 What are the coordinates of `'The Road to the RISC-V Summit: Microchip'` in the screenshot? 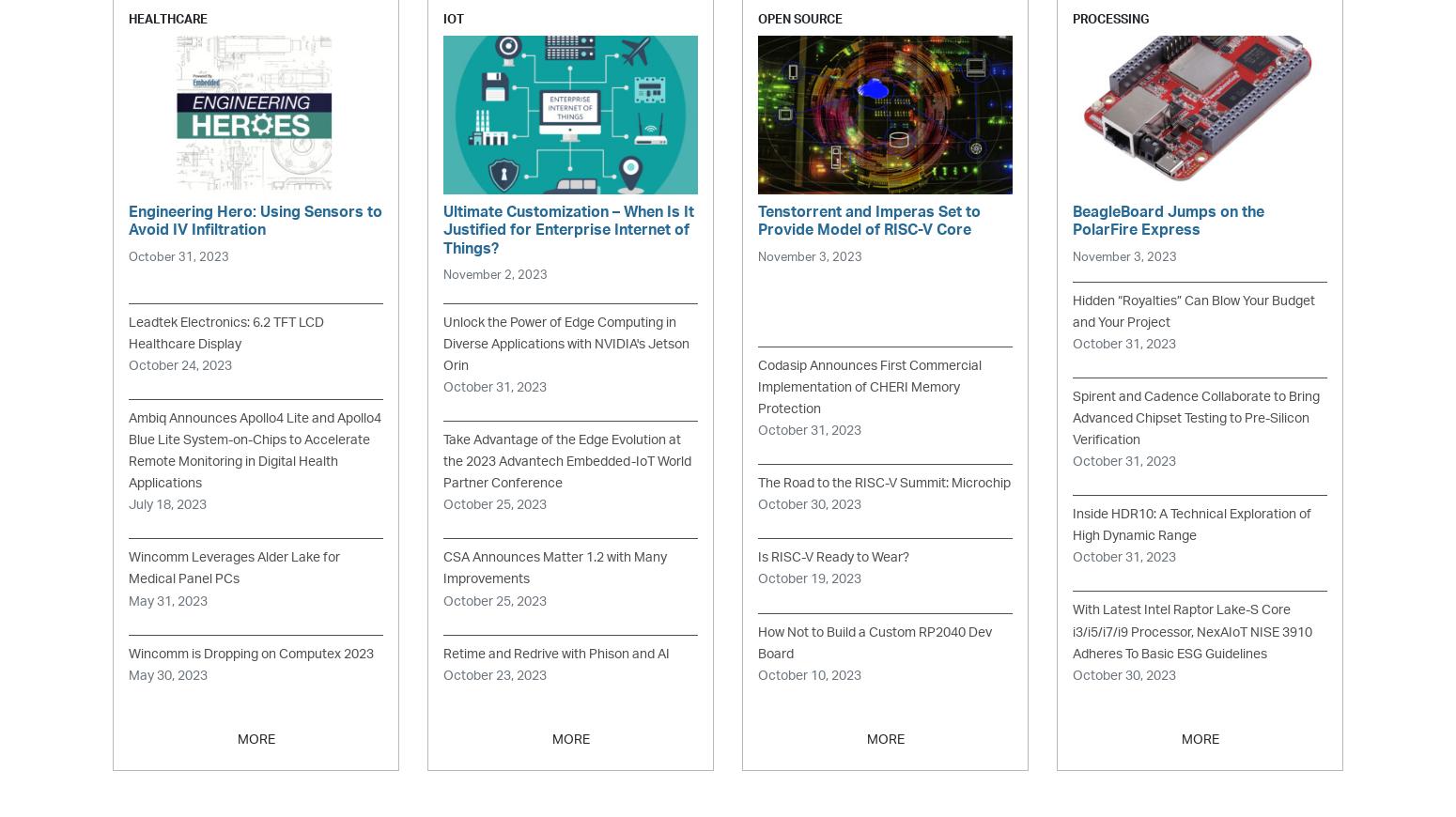 It's located at (883, 482).